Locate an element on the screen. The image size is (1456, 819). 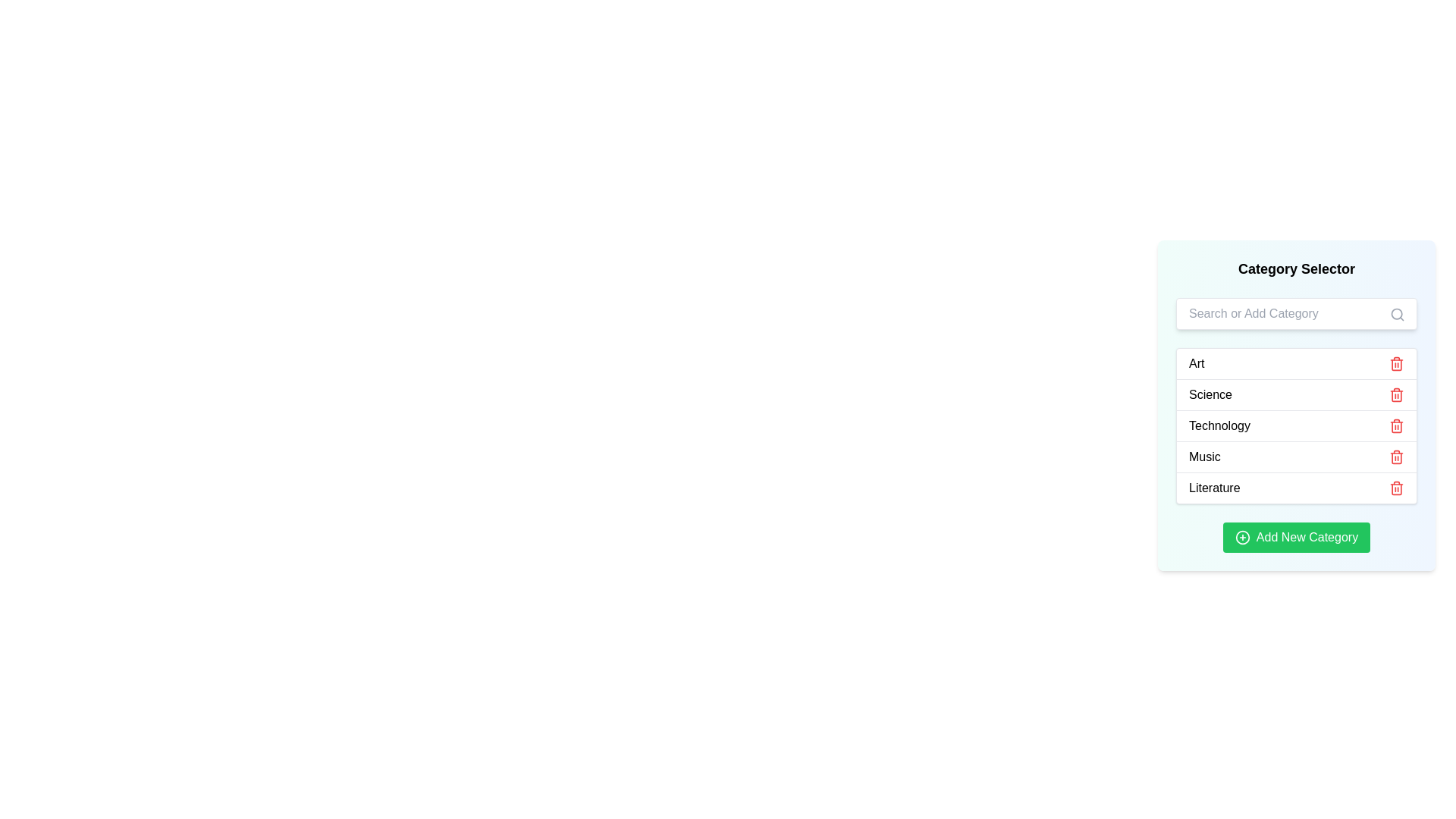
the graphic element of the trash can icon representing the 'Science' category to trigger its delete functionality is located at coordinates (1396, 394).